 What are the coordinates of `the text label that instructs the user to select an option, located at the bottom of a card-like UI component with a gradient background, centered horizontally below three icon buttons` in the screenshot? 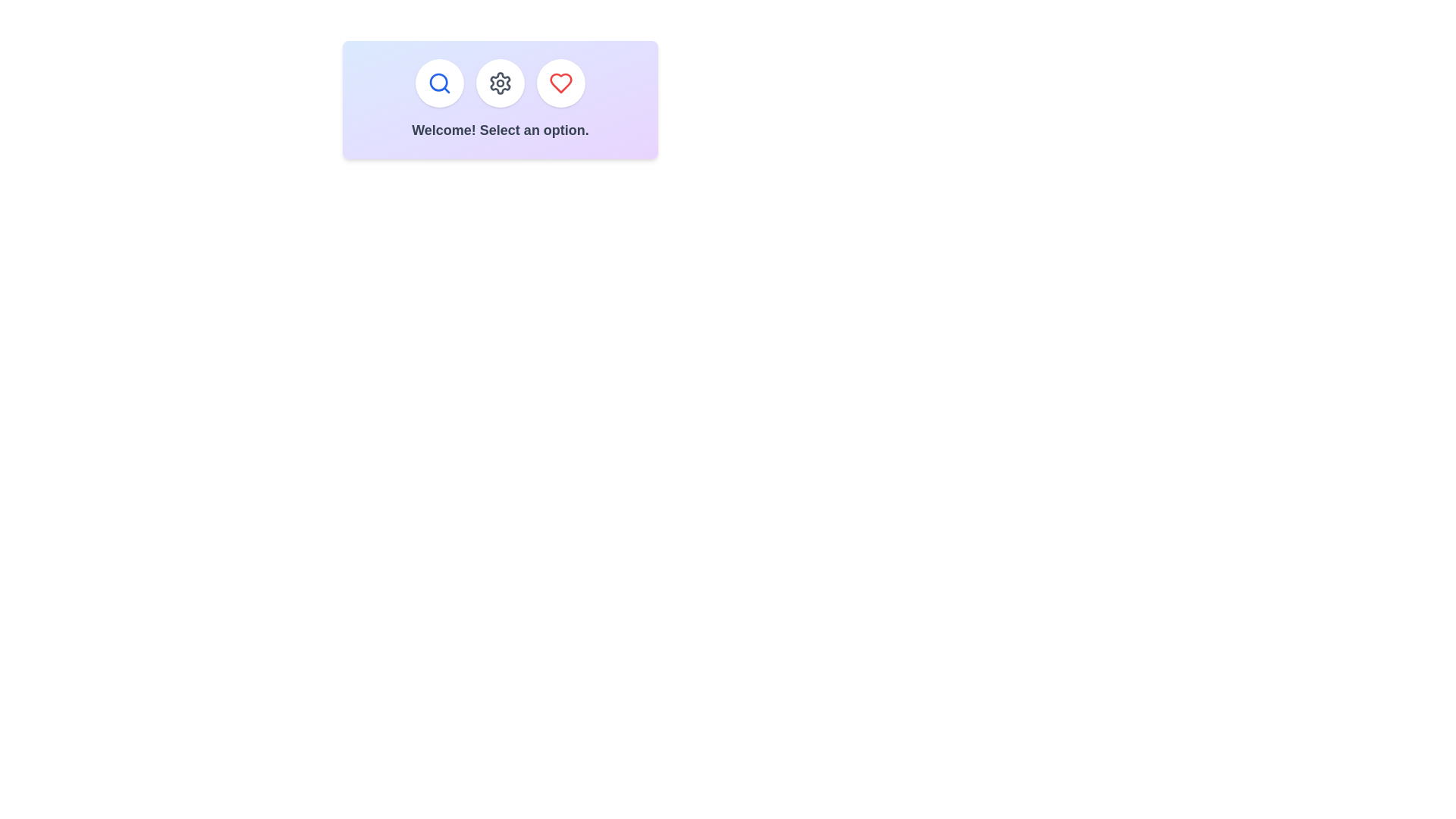 It's located at (500, 130).